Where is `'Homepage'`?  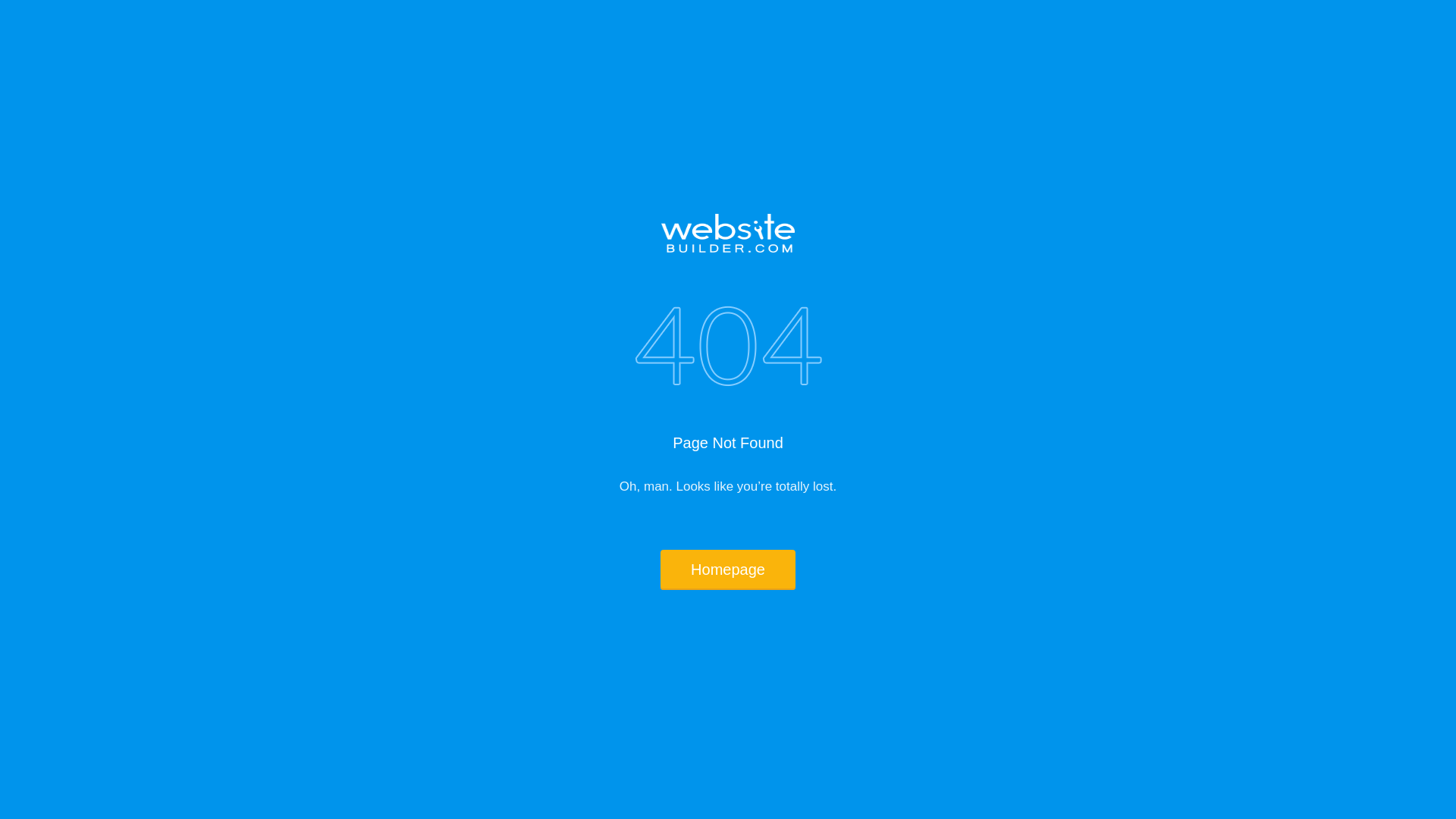 'Homepage' is located at coordinates (728, 570).